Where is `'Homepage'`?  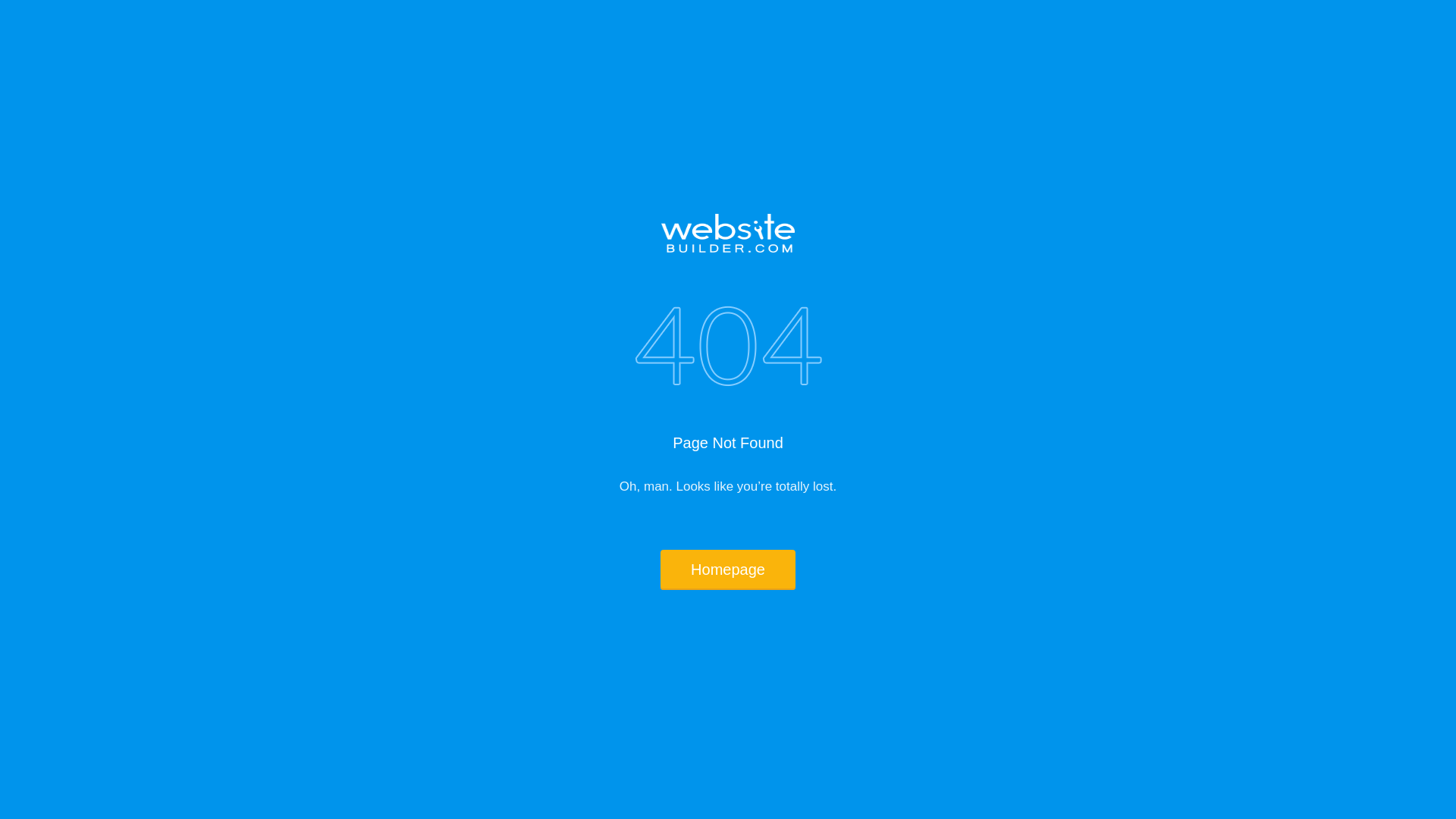 'Homepage' is located at coordinates (728, 570).